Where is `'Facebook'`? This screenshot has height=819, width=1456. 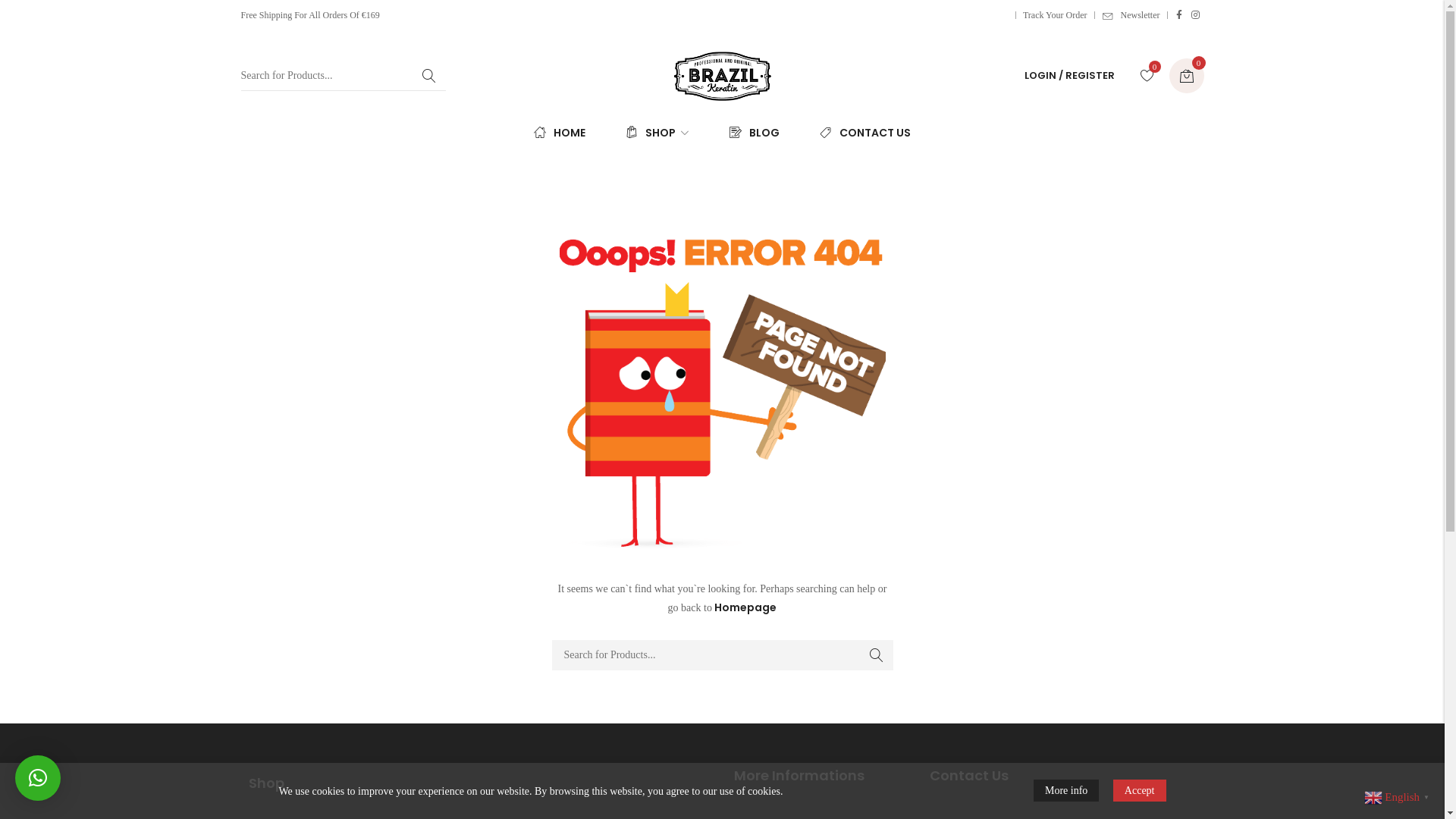 'Facebook' is located at coordinates (1178, 14).